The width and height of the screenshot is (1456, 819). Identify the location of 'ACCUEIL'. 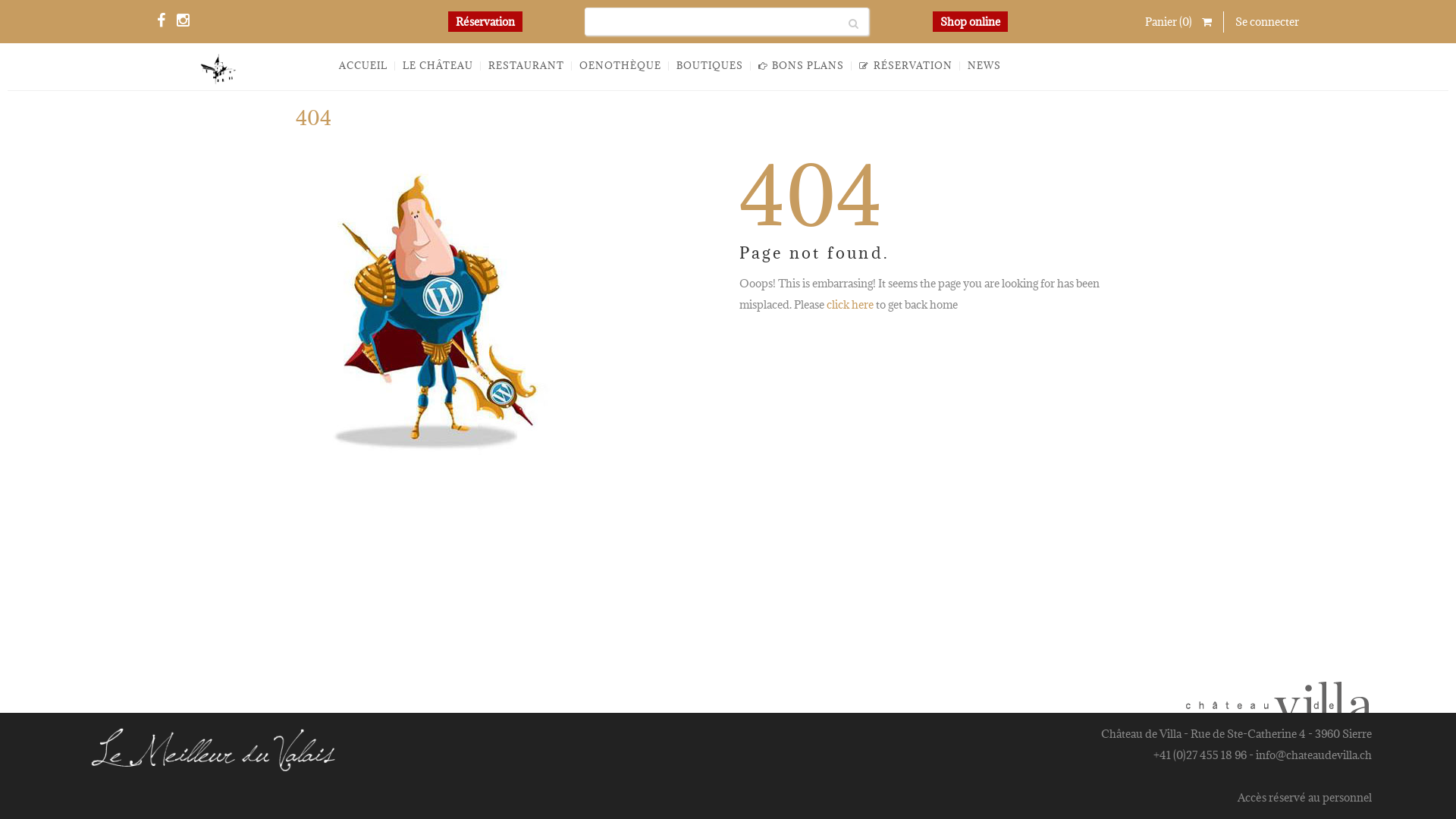
(362, 65).